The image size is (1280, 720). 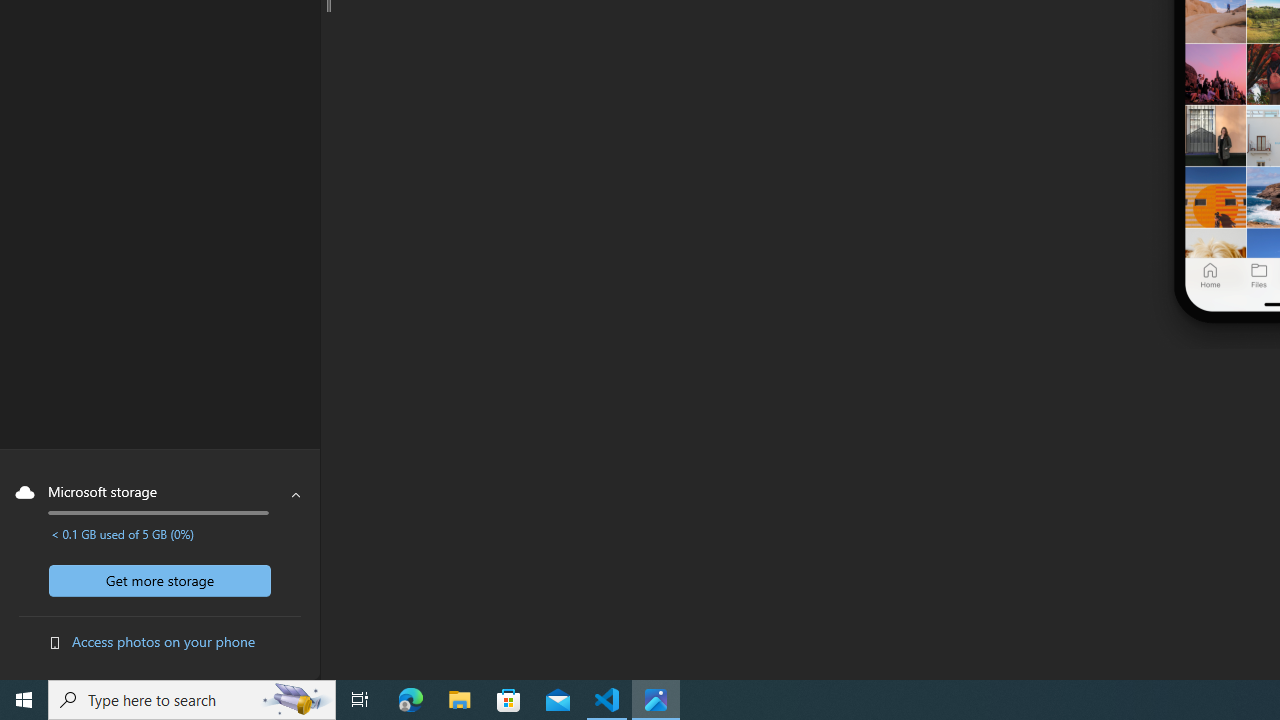 I want to click on 'Visual Studio Code - 1 running window', so click(x=606, y=698).